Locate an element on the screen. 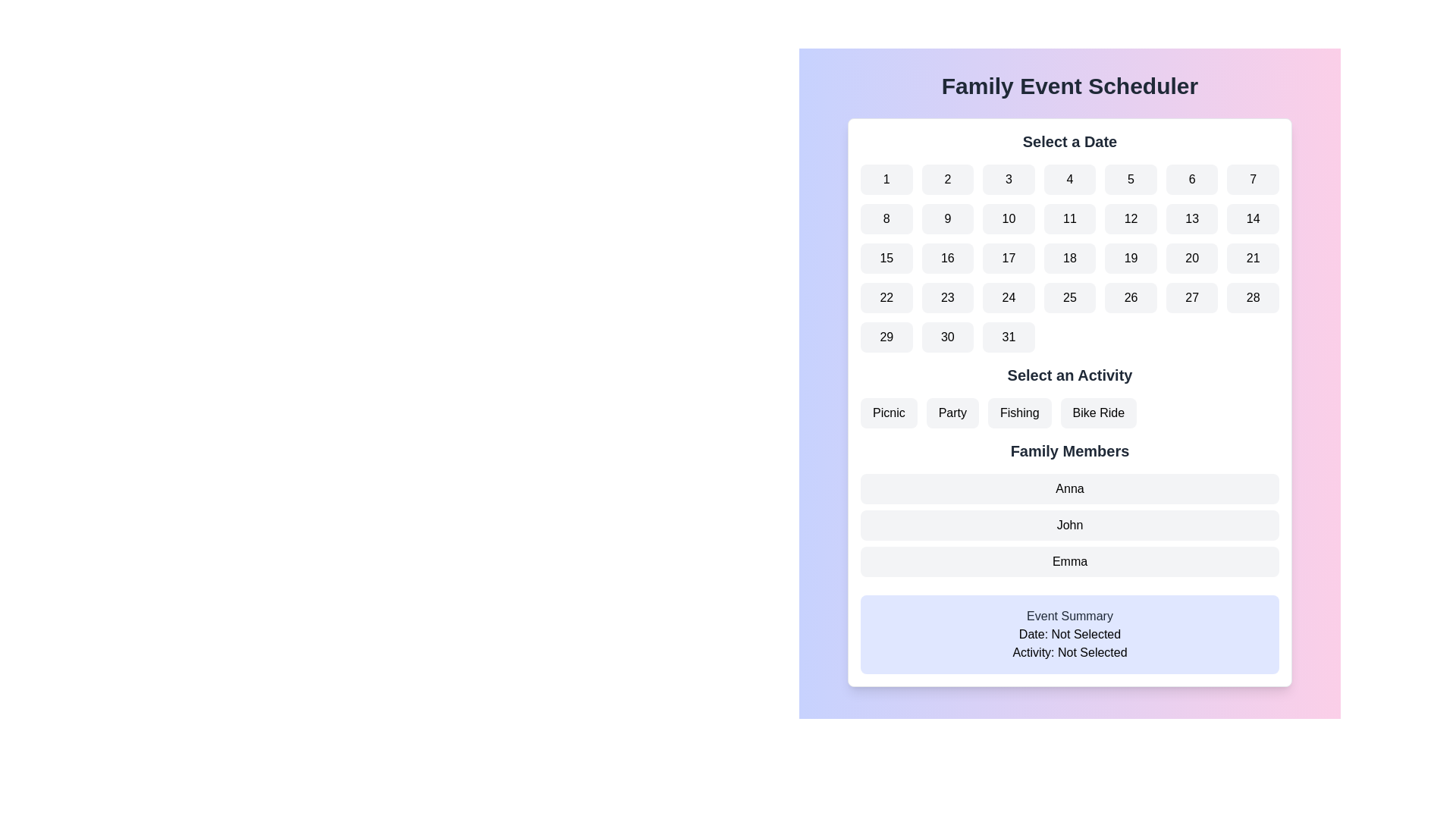 The height and width of the screenshot is (819, 1456). the text label displaying the current selection status regarding a date, located within the 'Event Summary' panel, just above the 'Activity: Not Selected' text is located at coordinates (1069, 635).